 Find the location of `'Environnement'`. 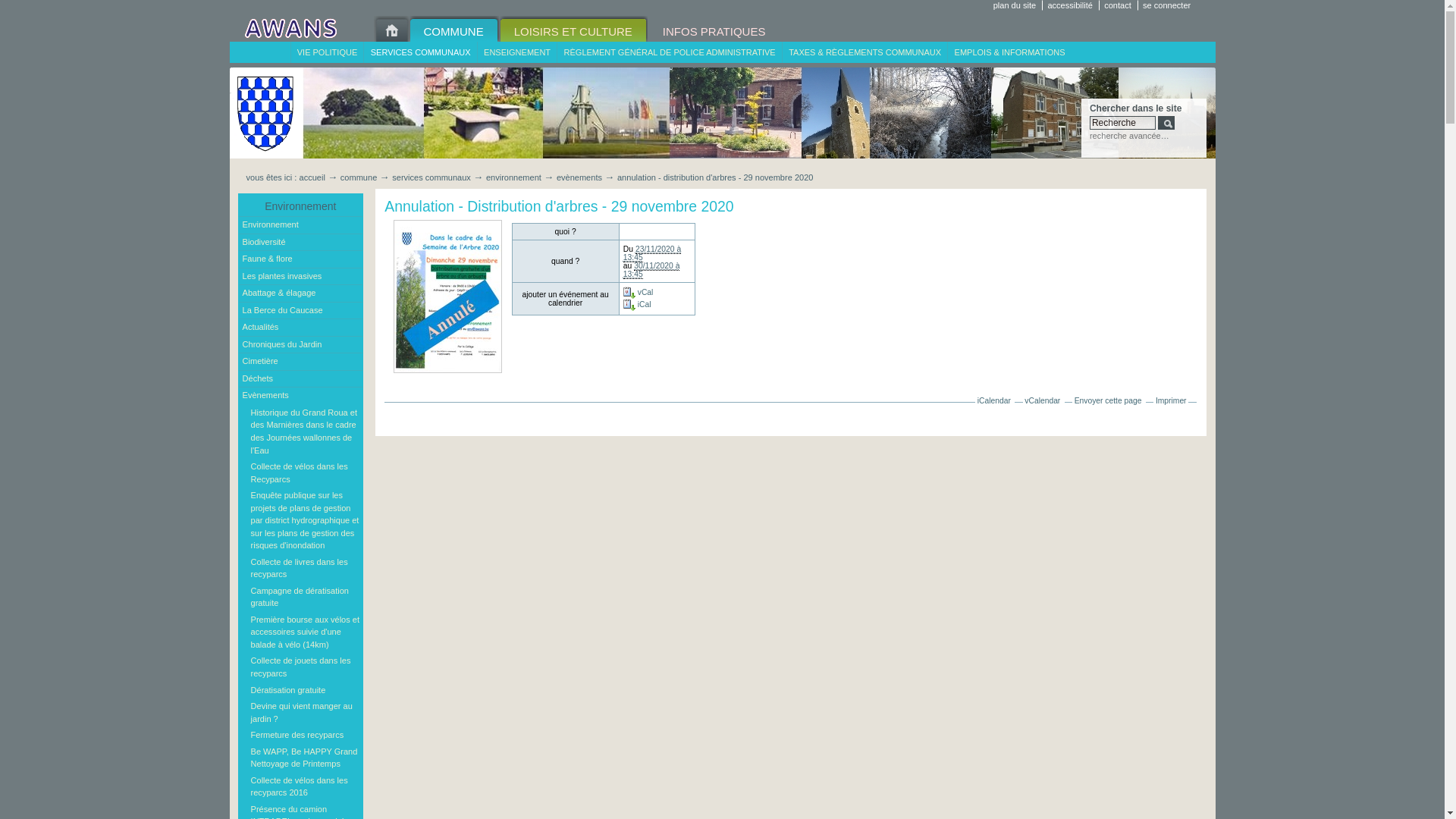

'Environnement' is located at coordinates (238, 206).